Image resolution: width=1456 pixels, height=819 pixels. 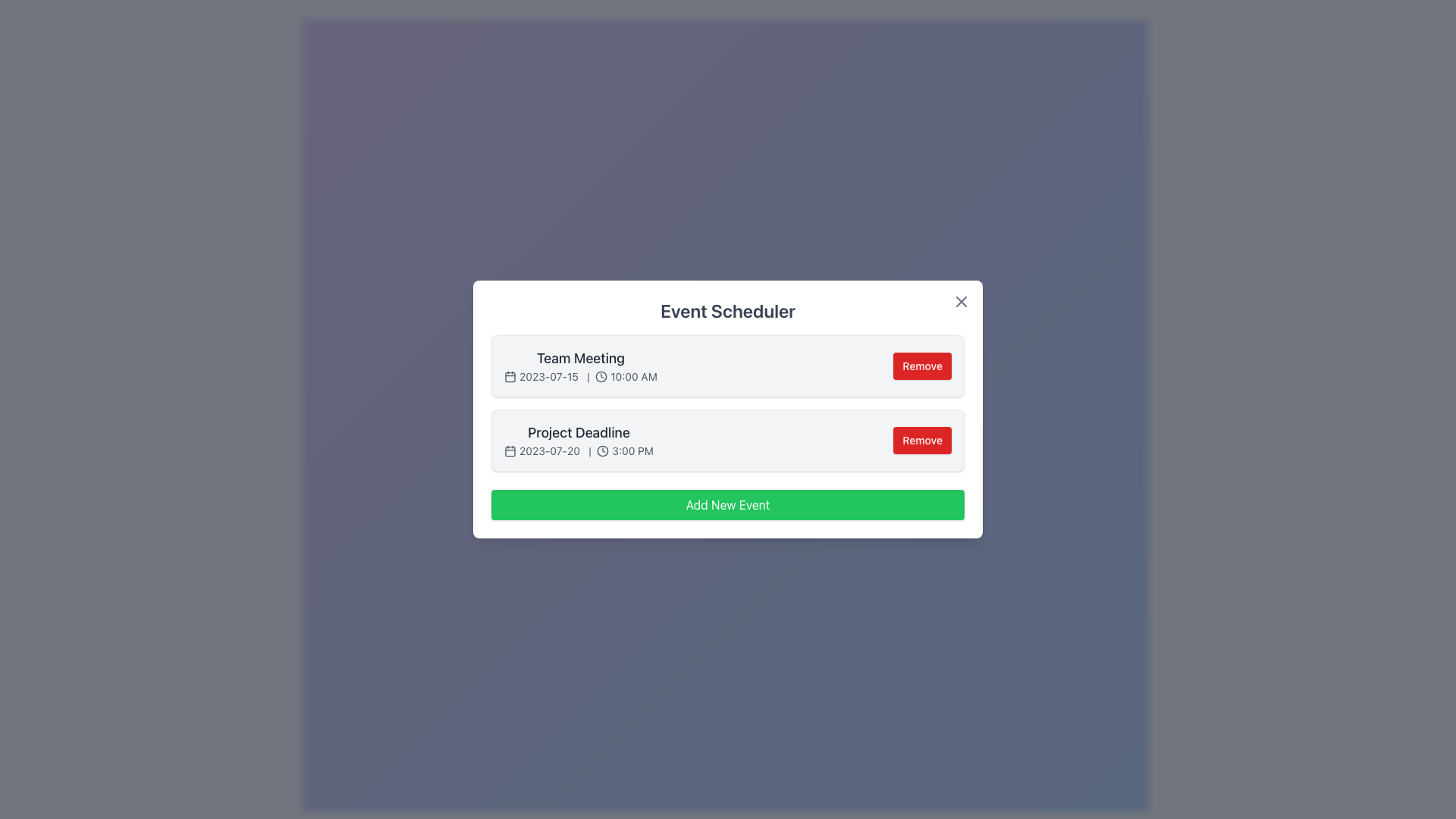 I want to click on the header text element labeled 'Project Deadline', which is located in the middle-right section of the 'Event Scheduler' modal, underneath the 'Team Meeting' entry, so click(x=578, y=432).